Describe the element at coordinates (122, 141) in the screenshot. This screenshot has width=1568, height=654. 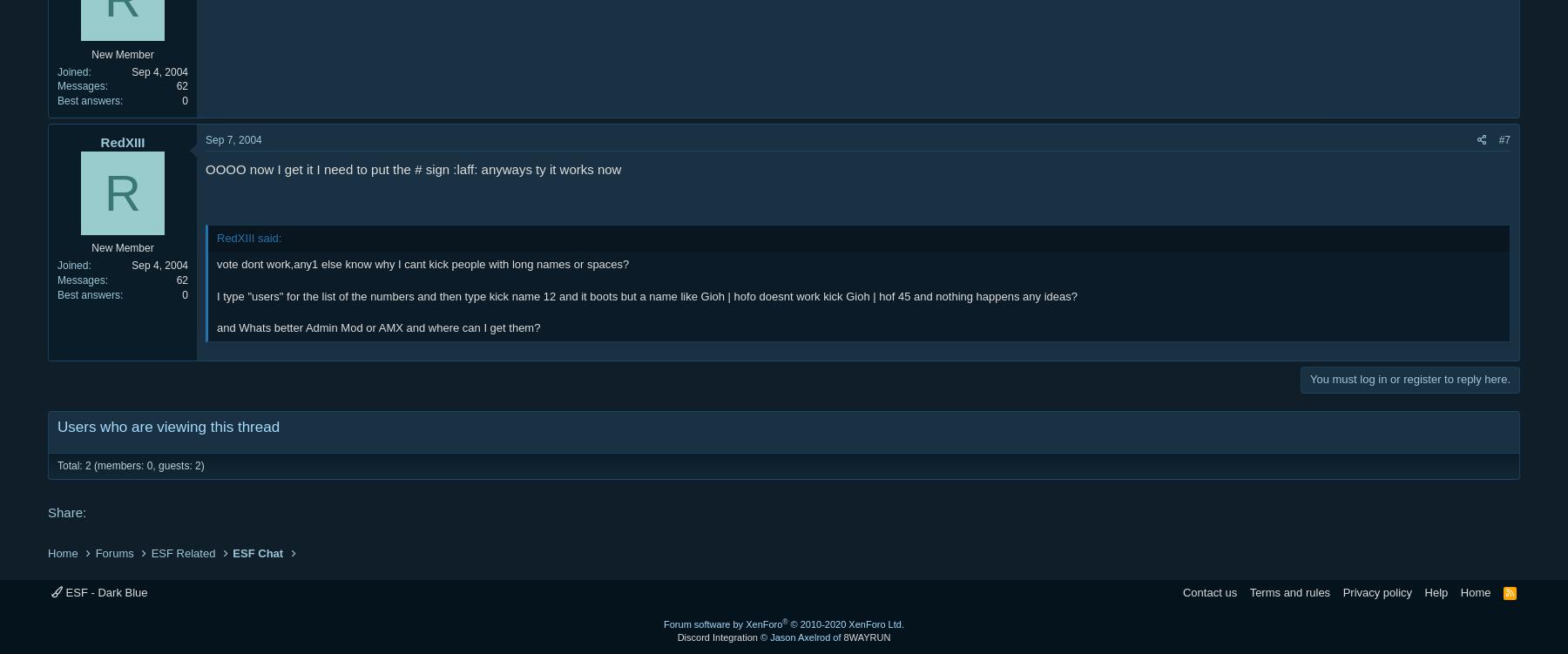
I see `'RedXIII'` at that location.